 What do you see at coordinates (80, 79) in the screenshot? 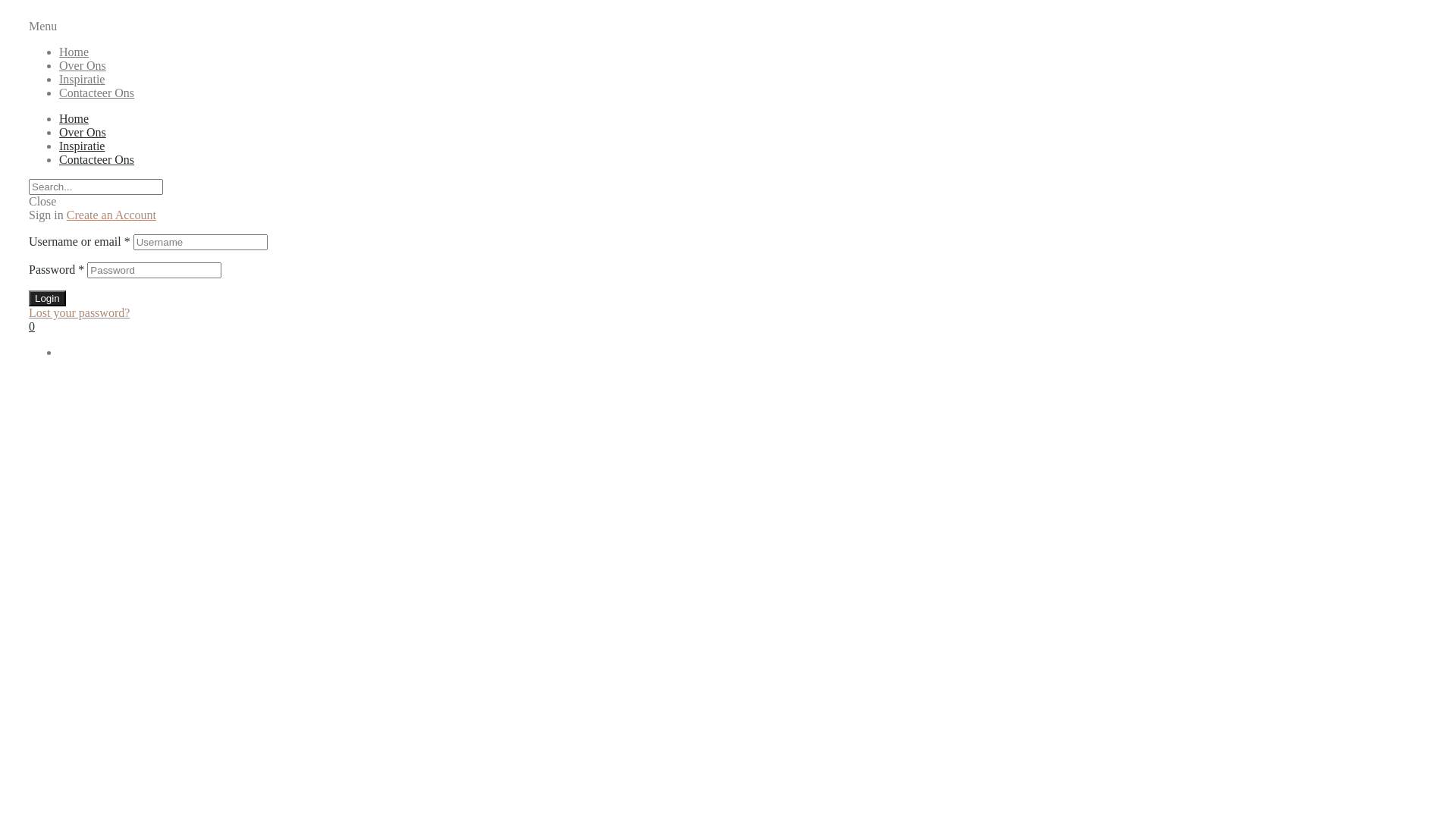
I see `'Inspiratie'` at bounding box center [80, 79].